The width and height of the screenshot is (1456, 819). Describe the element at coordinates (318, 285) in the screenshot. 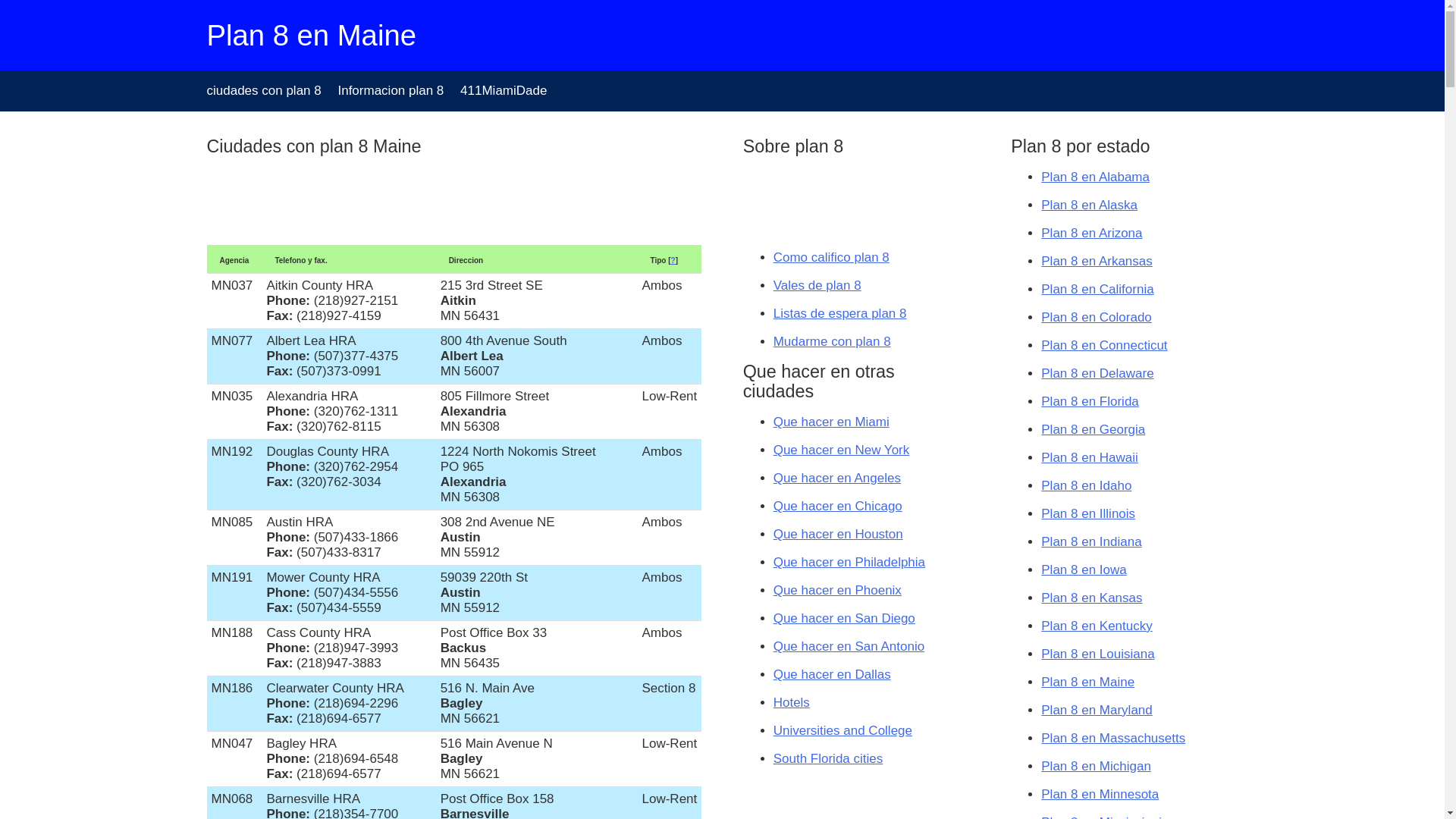

I see `'Aitkin County HRA'` at that location.